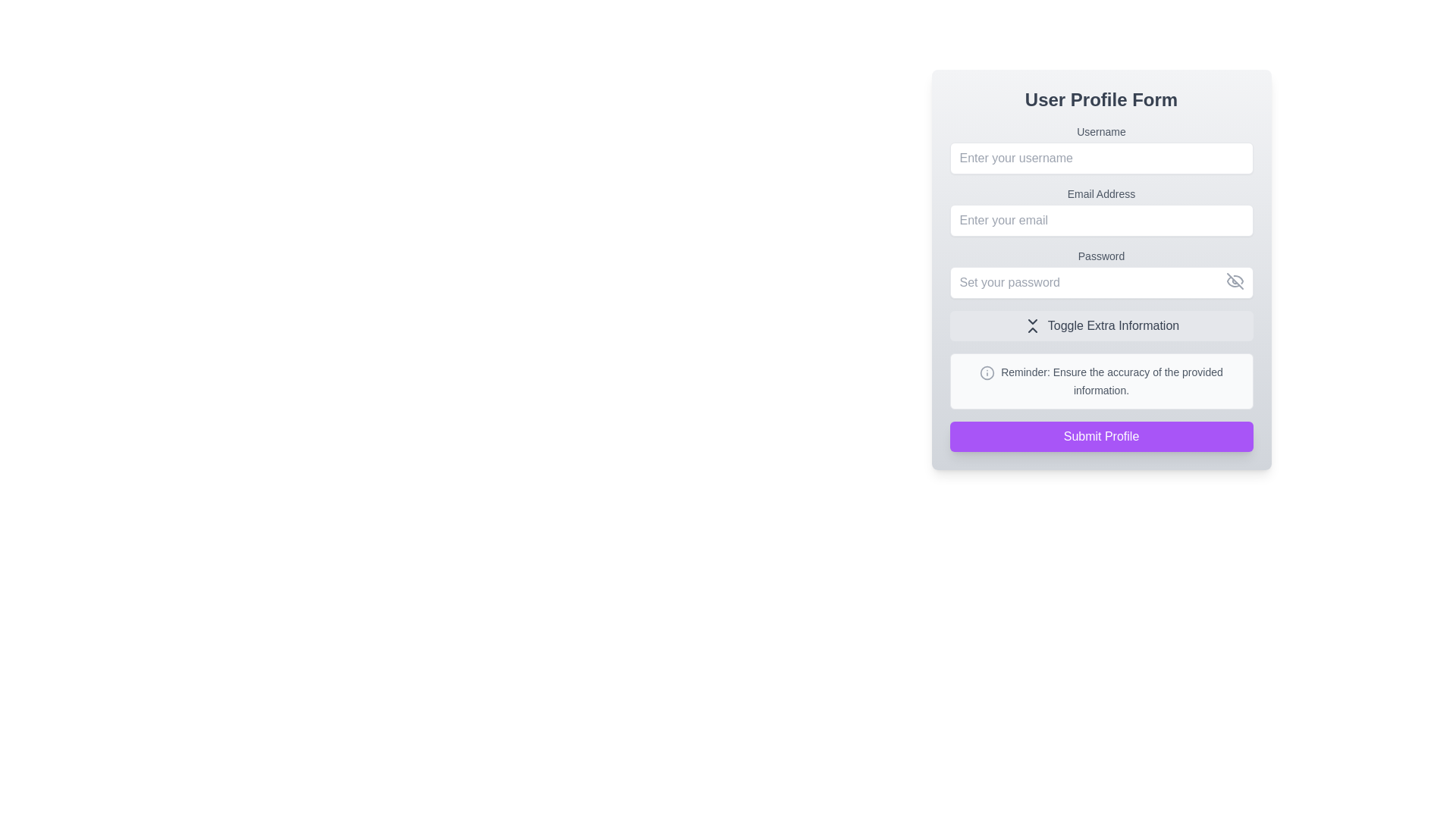 This screenshot has height=819, width=1456. I want to click on the 'Toggle Extra Information' button, which contains two chevron arrows pointing up and down, so click(1031, 325).